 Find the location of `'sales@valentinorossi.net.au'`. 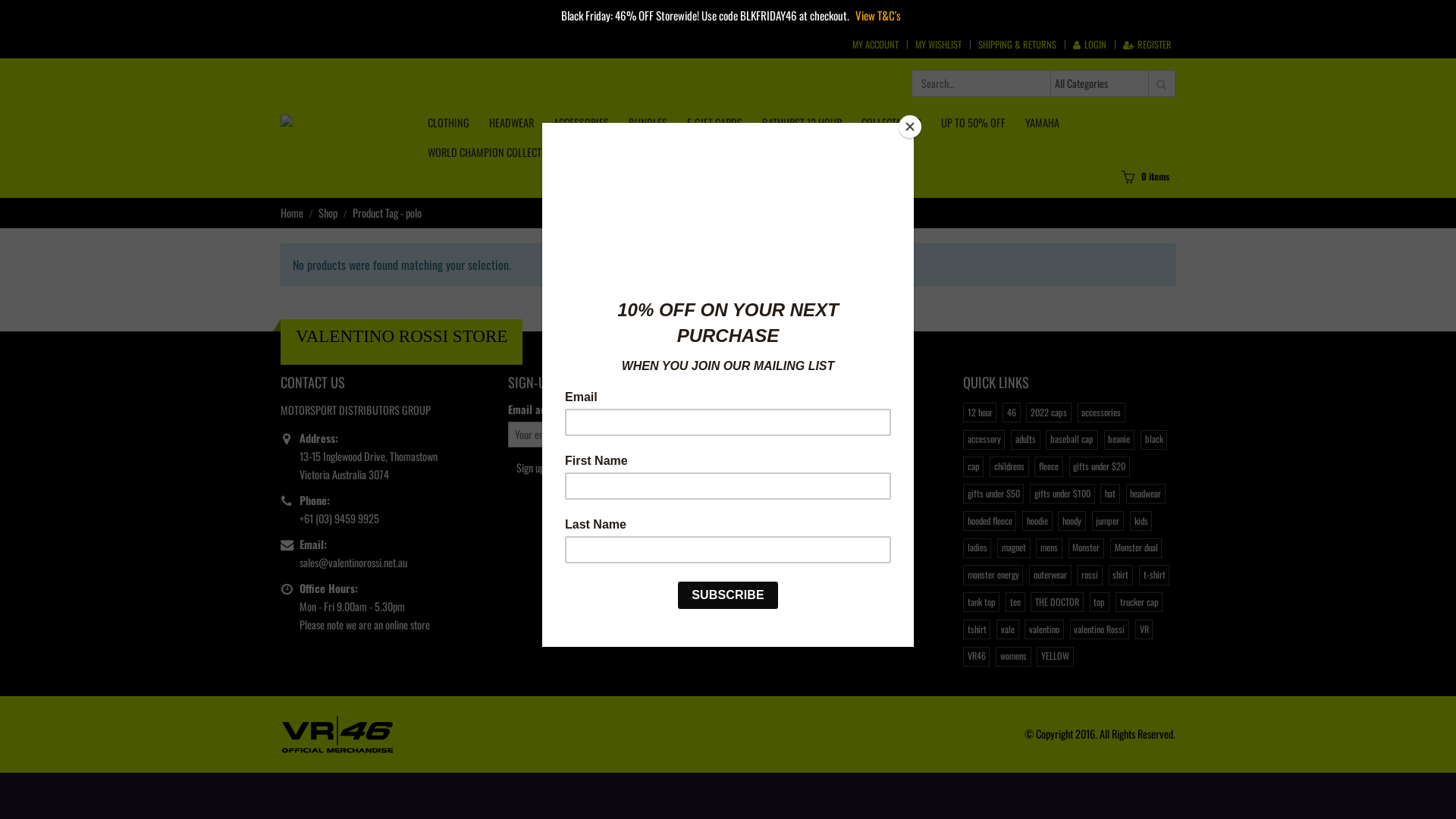

'sales@valentinorossi.net.au' is located at coordinates (352, 562).